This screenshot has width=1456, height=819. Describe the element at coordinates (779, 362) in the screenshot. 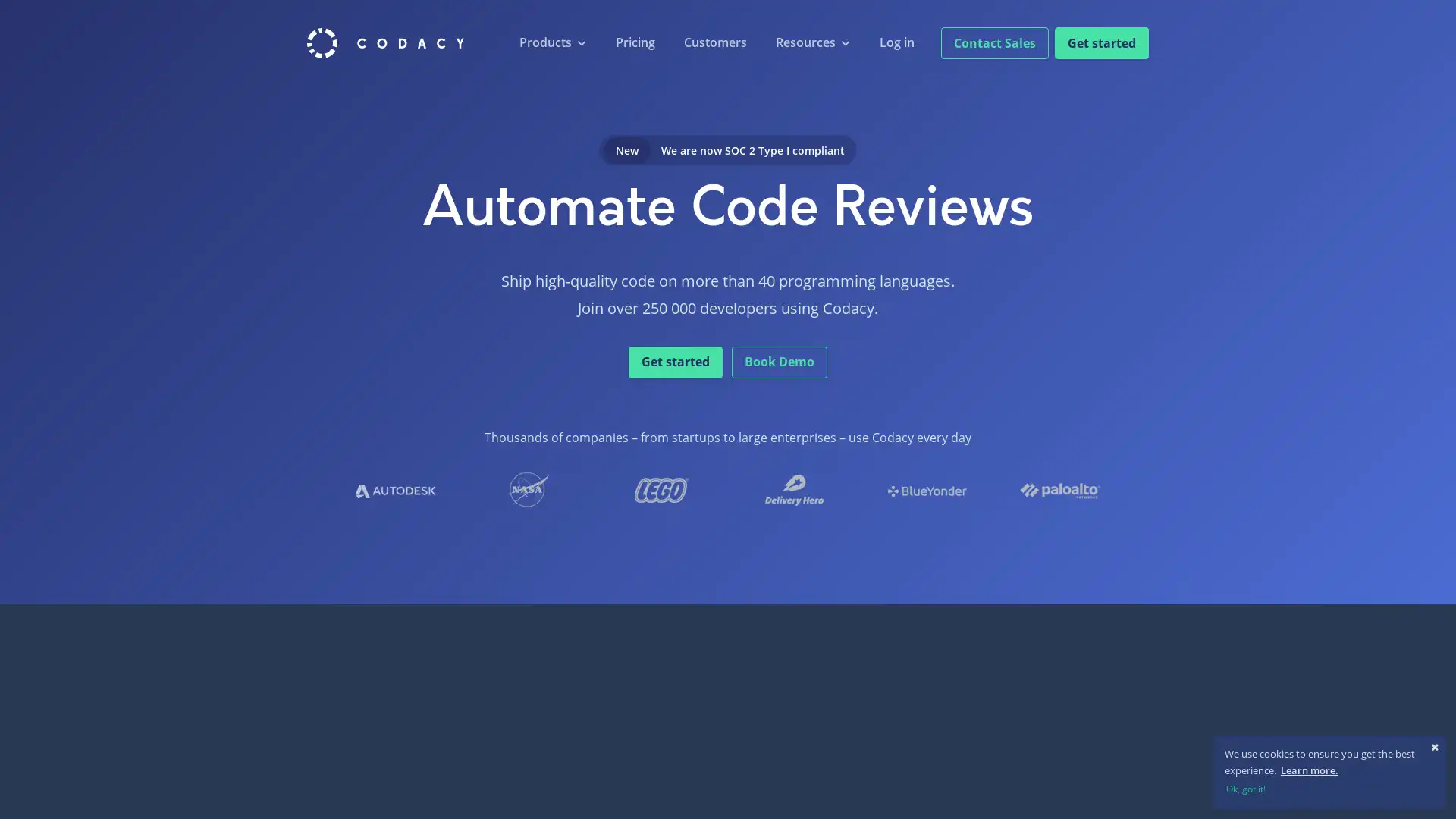

I see `Book Demo` at that location.